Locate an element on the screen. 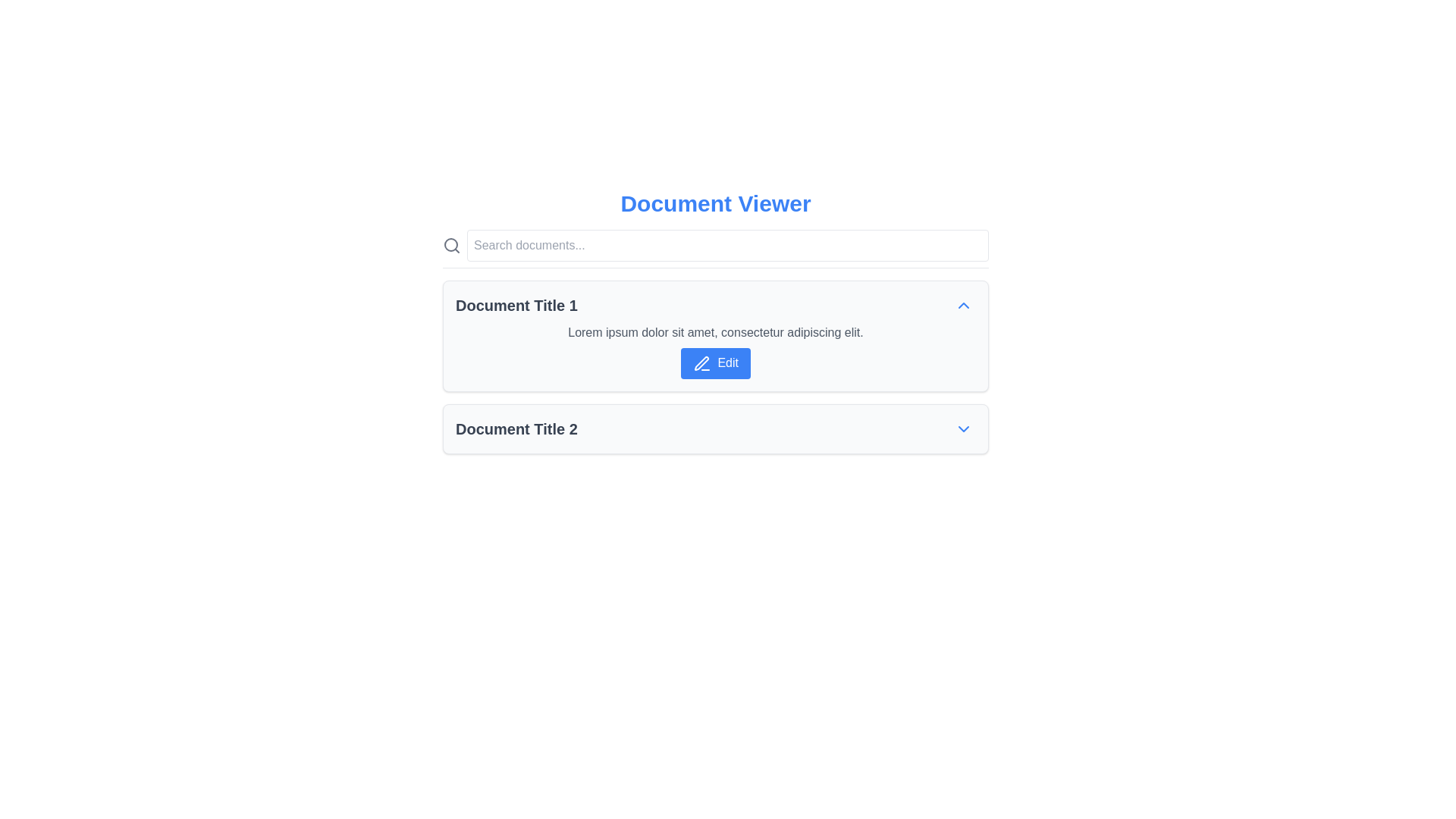  the Dropdown toggle icon, which is a downward-pointing chevron with a thin blue outline, located within the second document card titled 'Document Title 2.' is located at coordinates (963, 428).